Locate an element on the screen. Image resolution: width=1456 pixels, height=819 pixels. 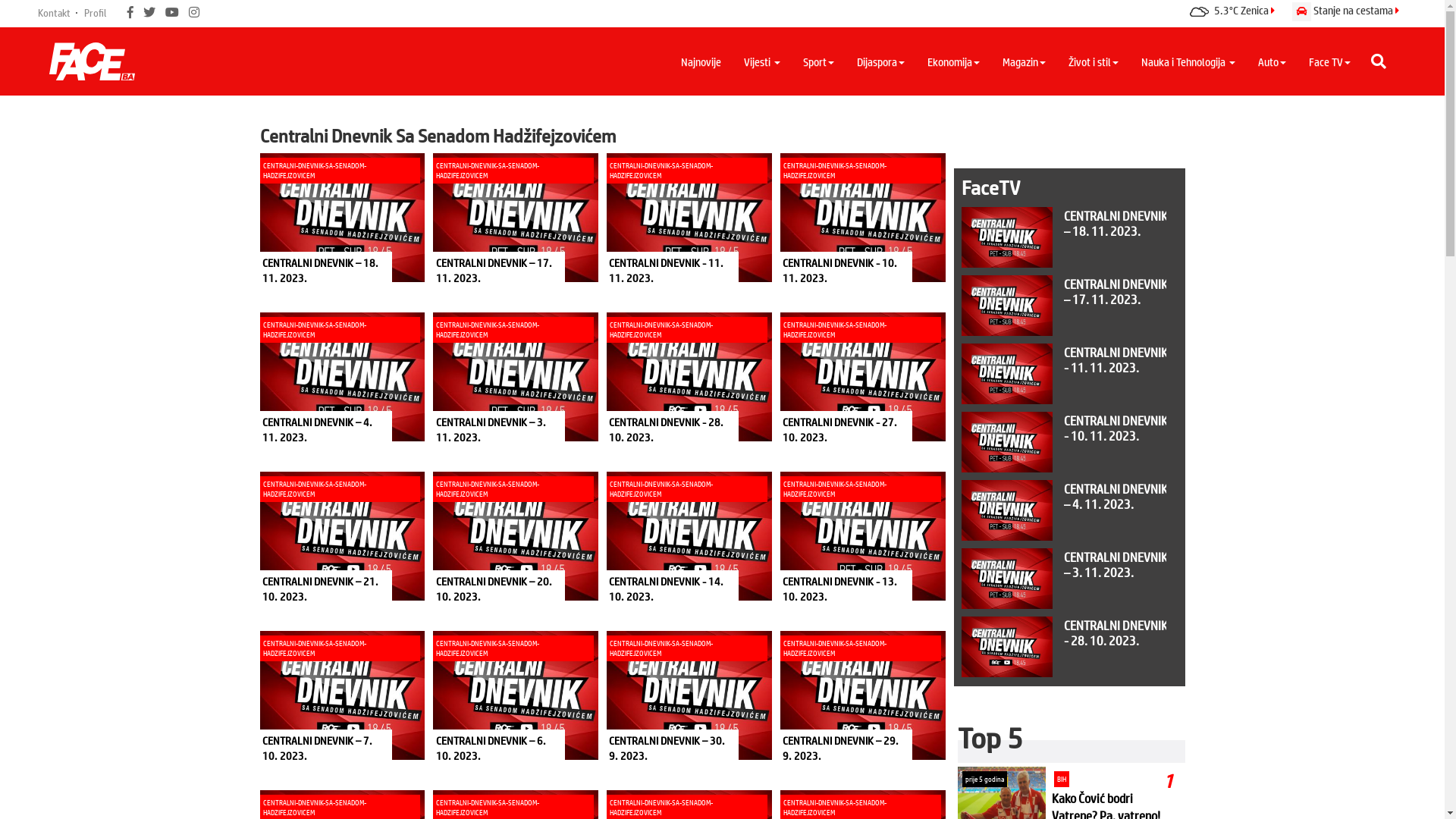
'Najnovije' is located at coordinates (700, 61).